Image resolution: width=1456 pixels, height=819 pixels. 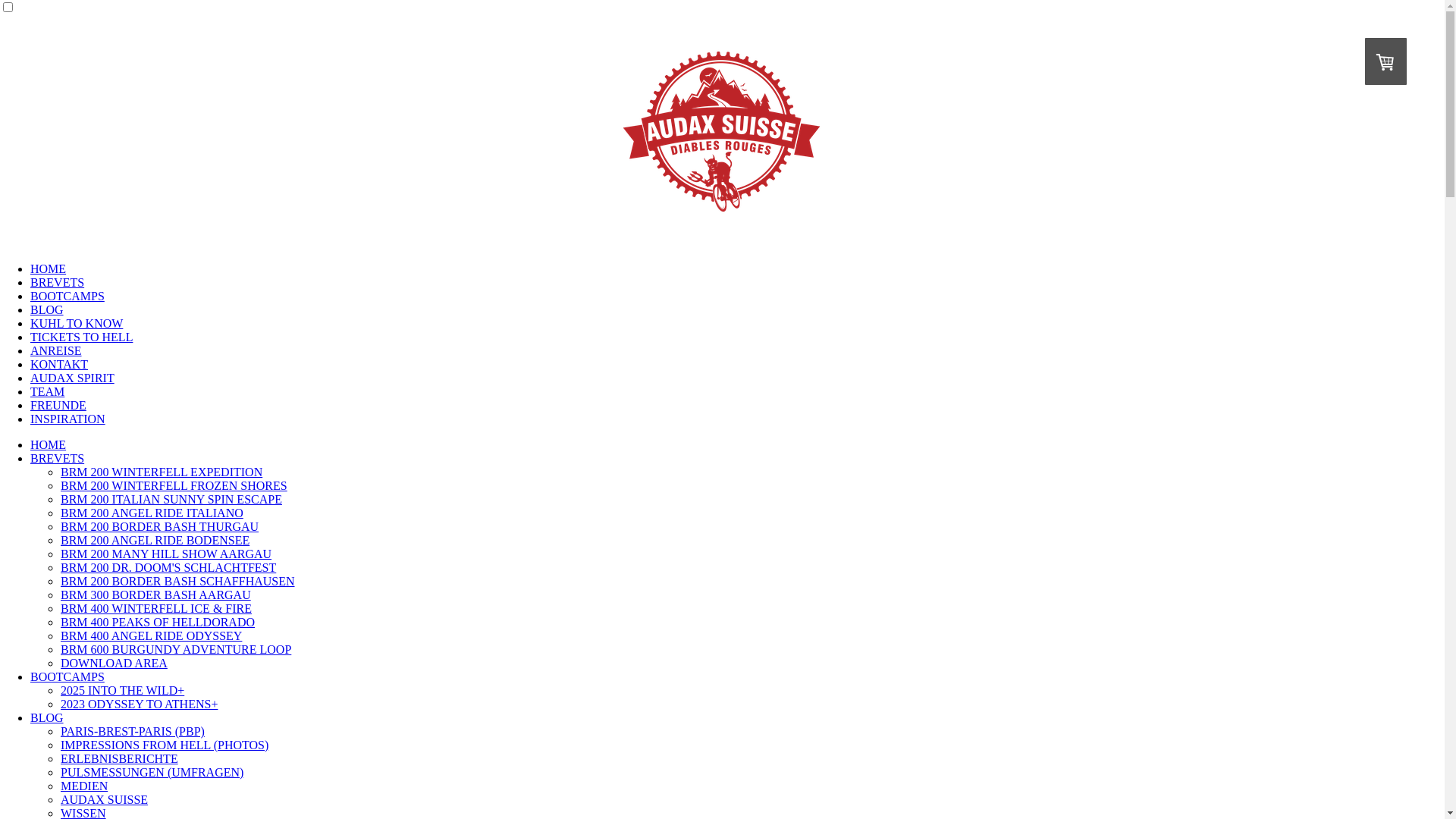 What do you see at coordinates (161, 471) in the screenshot?
I see `'BRM 200 WINTERFELL EXPEDITION'` at bounding box center [161, 471].